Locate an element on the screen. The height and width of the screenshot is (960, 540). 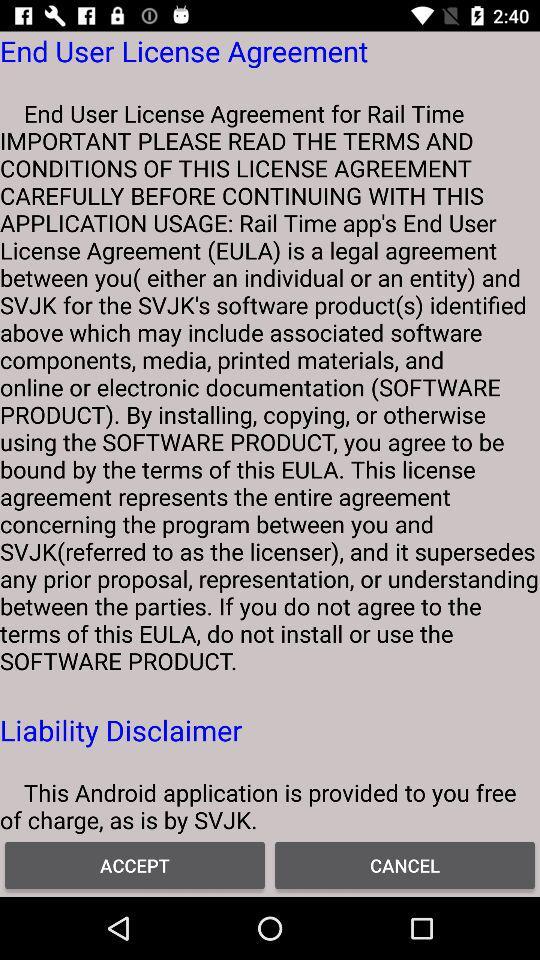
the accept button is located at coordinates (135, 864).